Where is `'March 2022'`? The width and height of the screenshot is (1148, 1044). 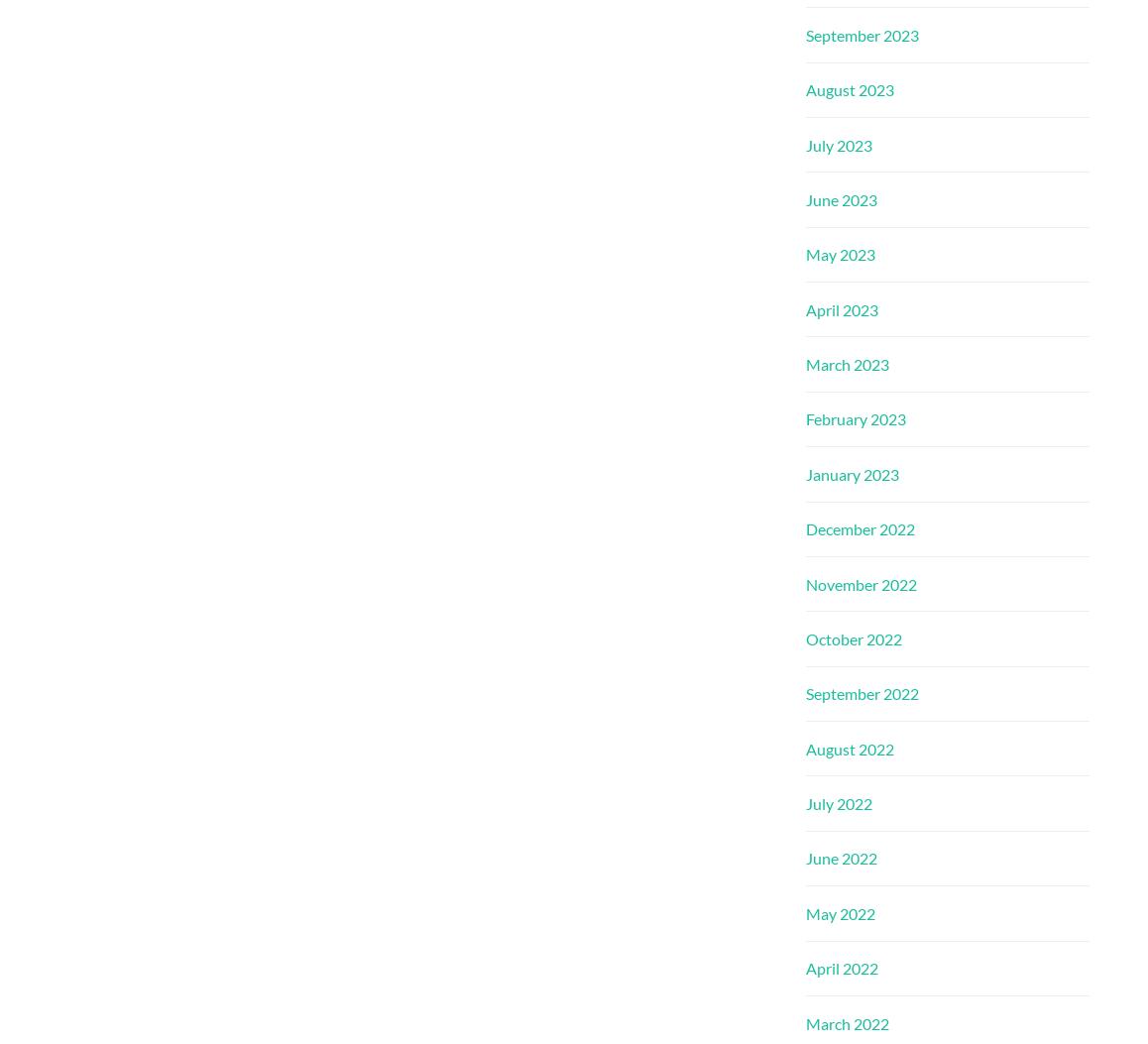
'March 2022' is located at coordinates (846, 1021).